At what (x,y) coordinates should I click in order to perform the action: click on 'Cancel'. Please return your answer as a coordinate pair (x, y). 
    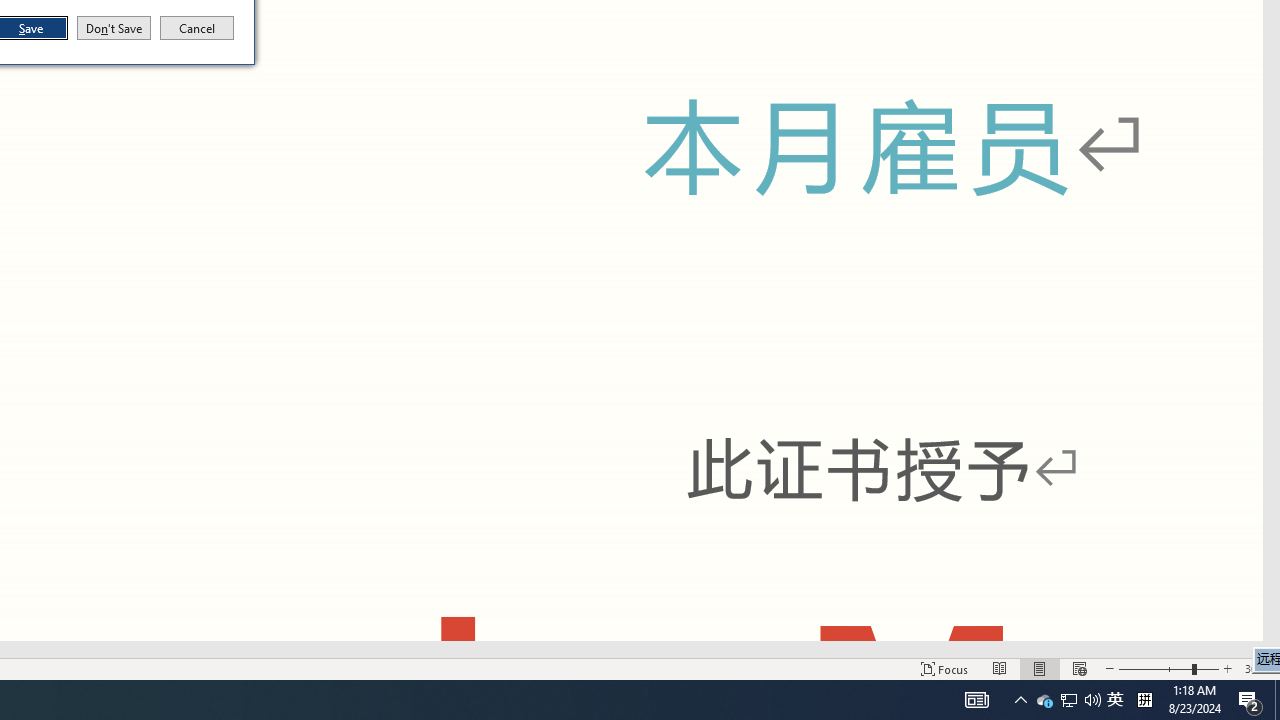
    Looking at the image, I should click on (197, 28).